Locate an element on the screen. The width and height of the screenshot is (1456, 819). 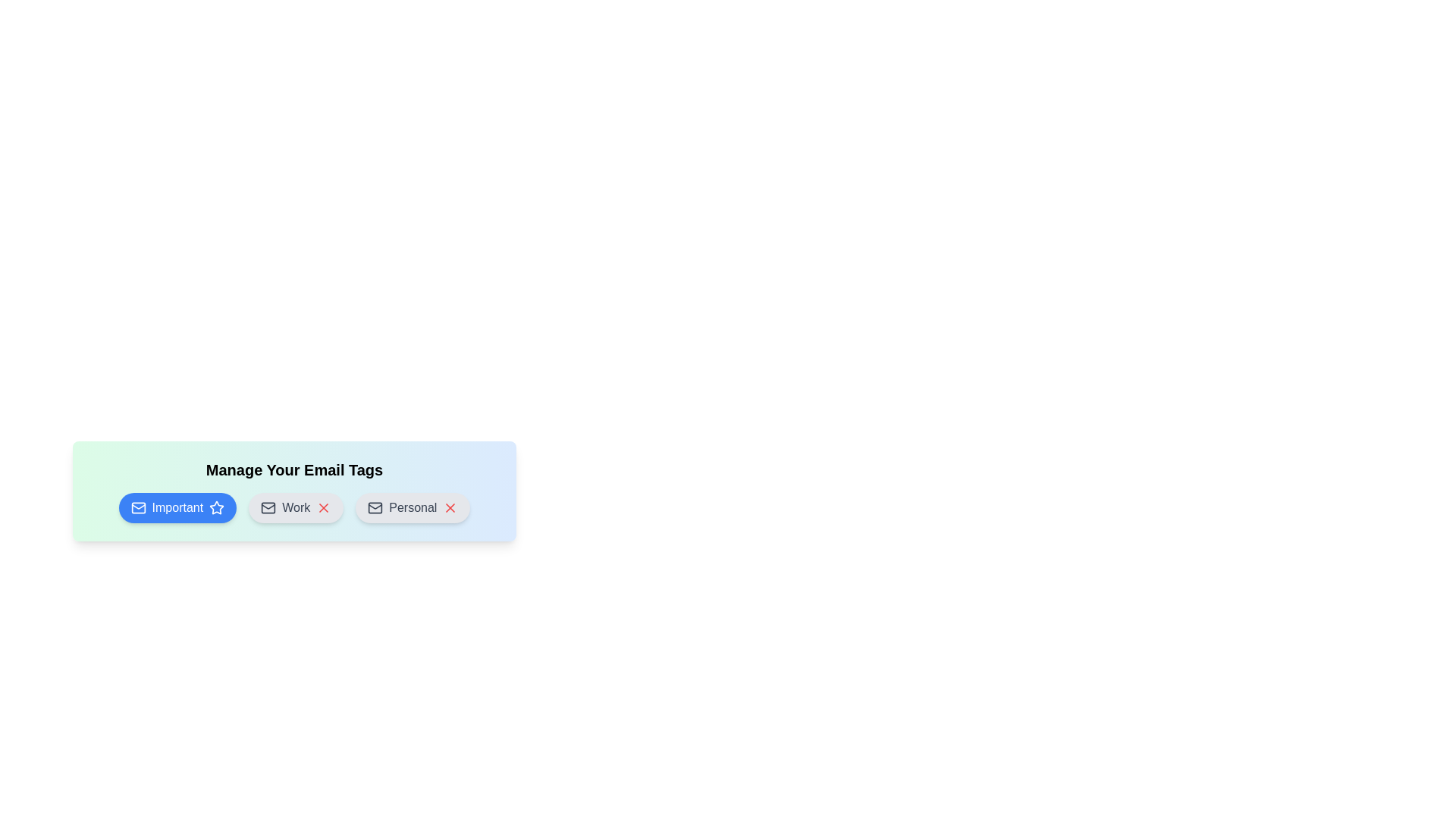
the tag Important to see its hover effect is located at coordinates (177, 508).